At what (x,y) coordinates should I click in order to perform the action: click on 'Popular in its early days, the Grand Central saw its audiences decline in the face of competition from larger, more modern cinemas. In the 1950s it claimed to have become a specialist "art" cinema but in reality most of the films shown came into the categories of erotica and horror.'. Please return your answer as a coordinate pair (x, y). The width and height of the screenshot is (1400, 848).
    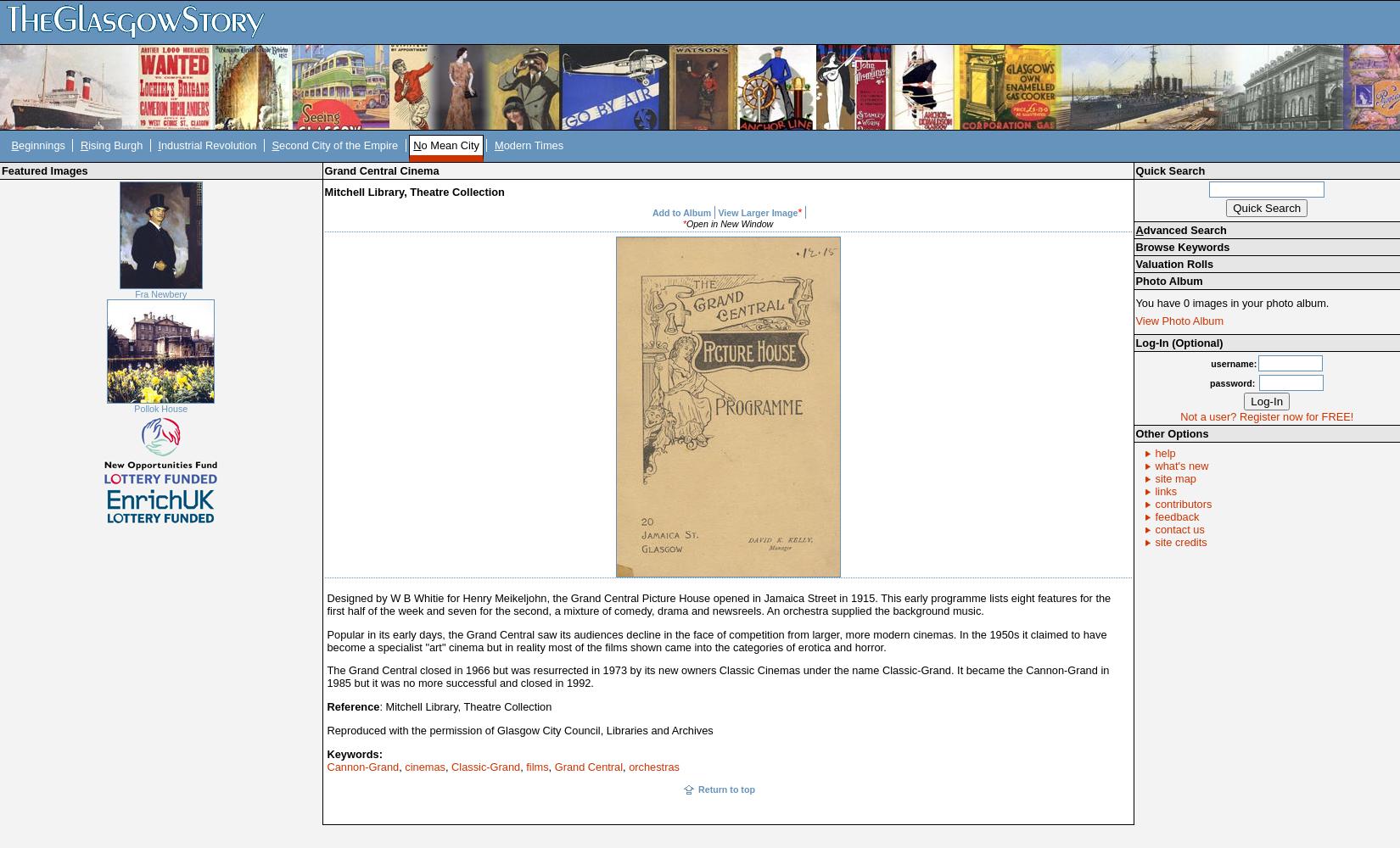
    Looking at the image, I should click on (716, 640).